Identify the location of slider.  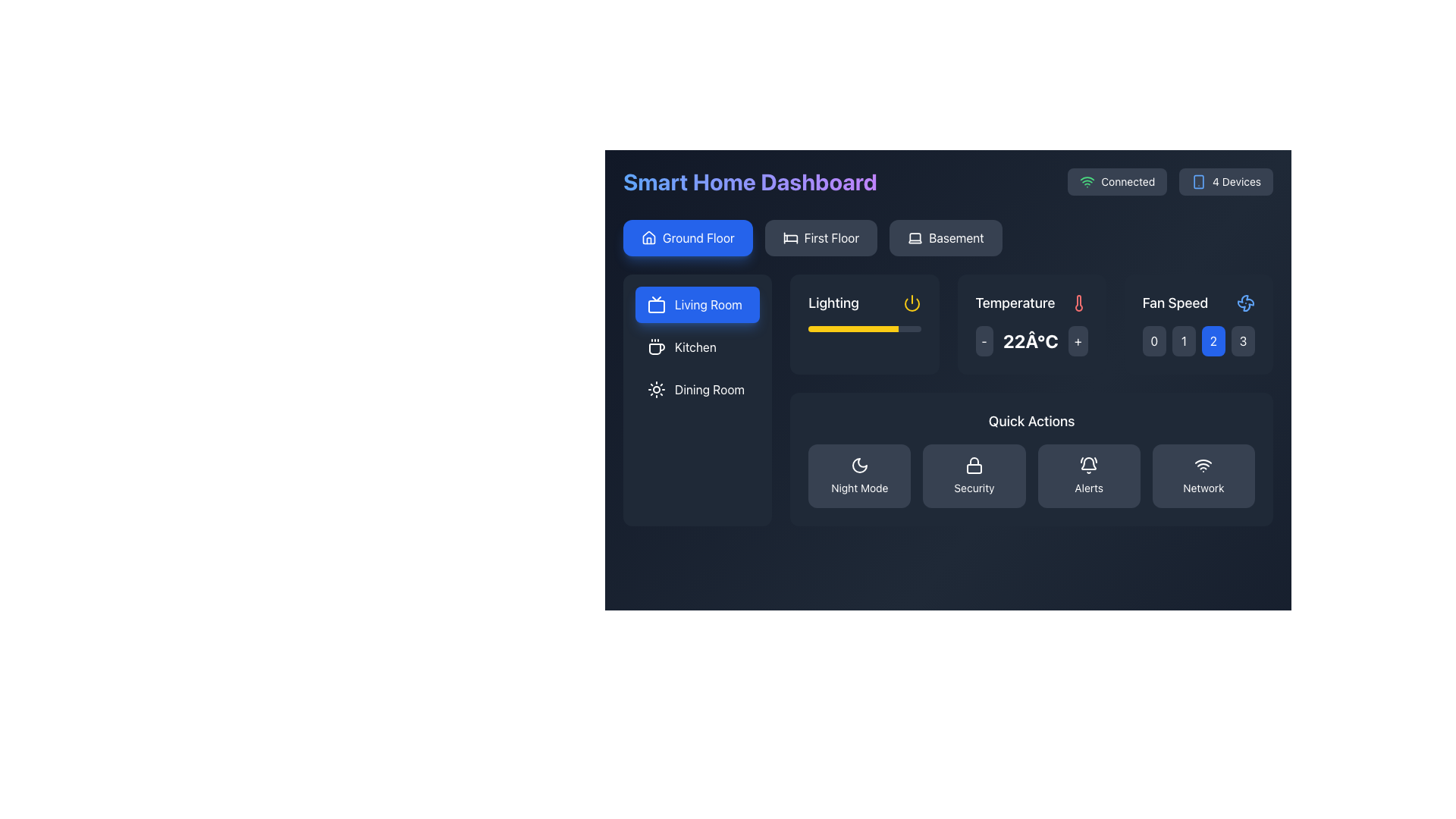
(852, 328).